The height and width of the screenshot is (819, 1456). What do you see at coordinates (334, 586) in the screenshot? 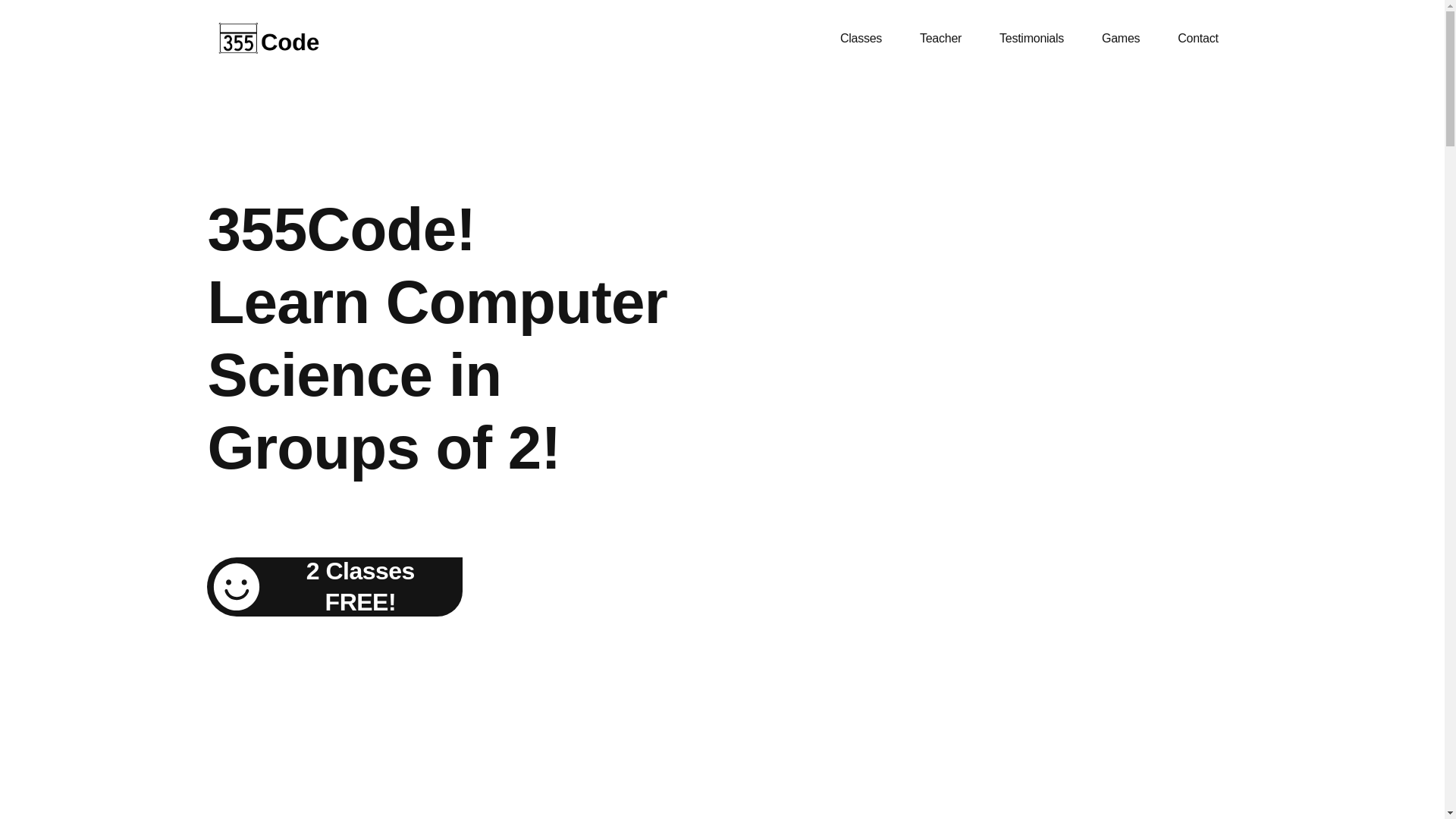
I see `'2 Classes FREE!'` at bounding box center [334, 586].